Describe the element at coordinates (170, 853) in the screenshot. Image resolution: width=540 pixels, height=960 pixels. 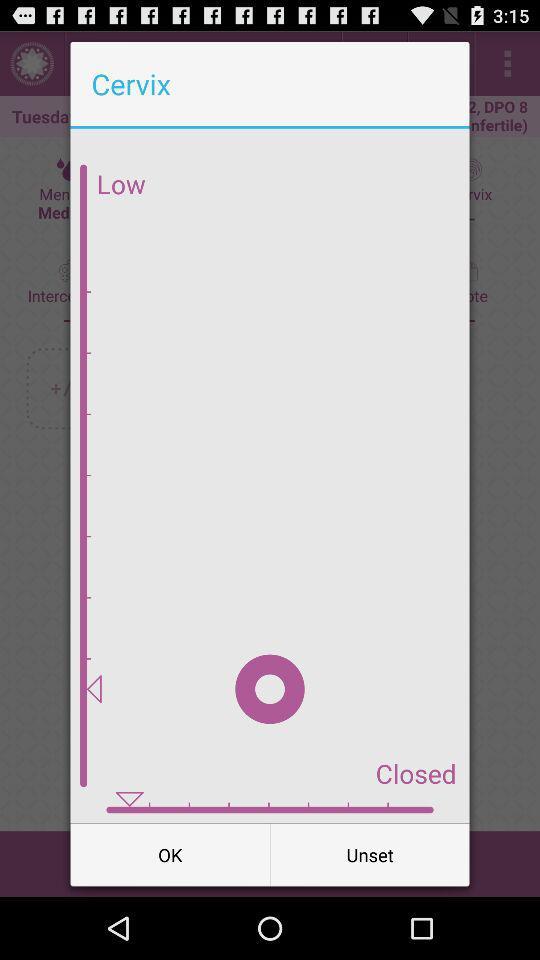
I see `button at the bottom left corner` at that location.